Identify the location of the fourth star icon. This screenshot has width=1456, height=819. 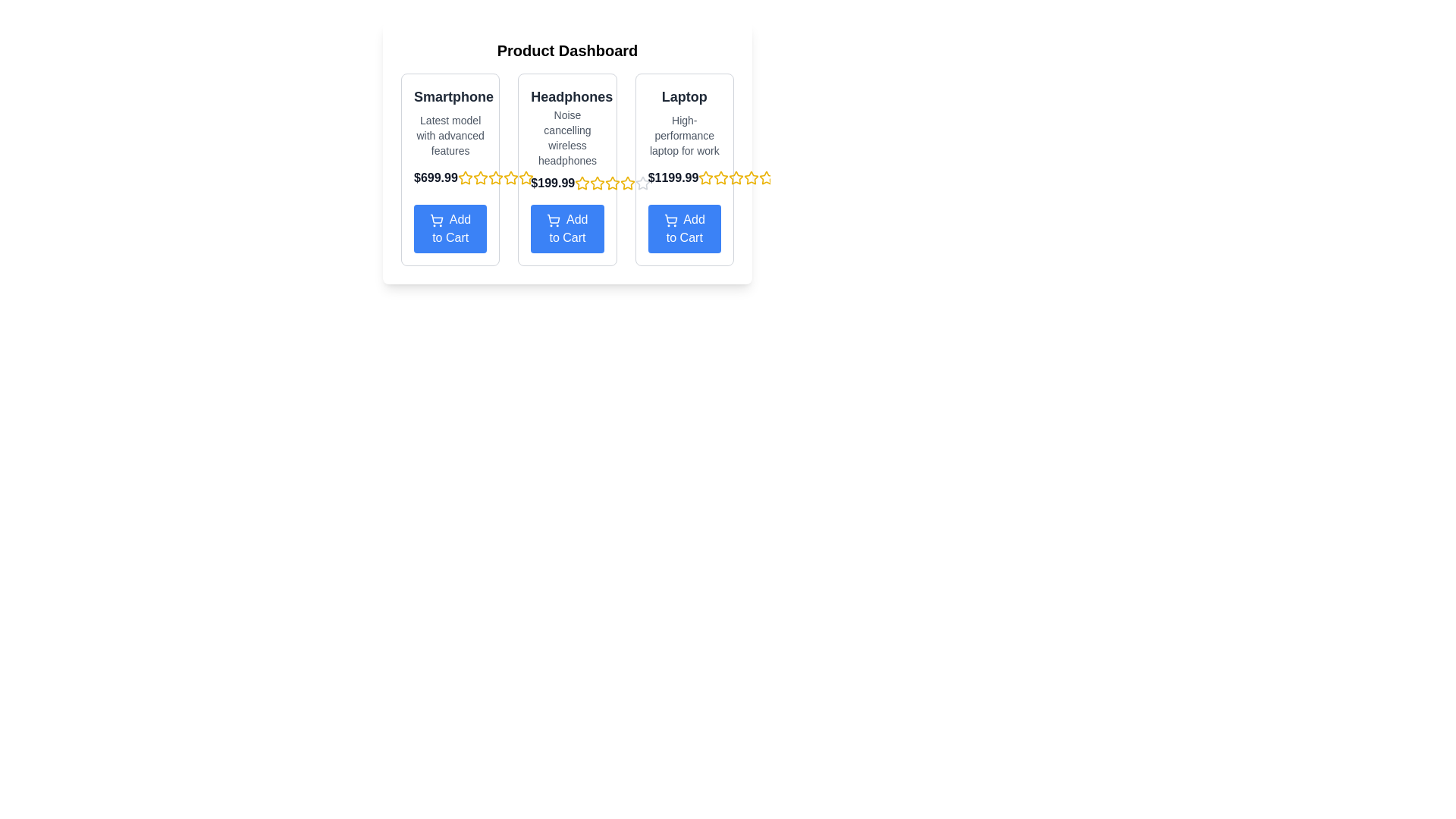
(510, 177).